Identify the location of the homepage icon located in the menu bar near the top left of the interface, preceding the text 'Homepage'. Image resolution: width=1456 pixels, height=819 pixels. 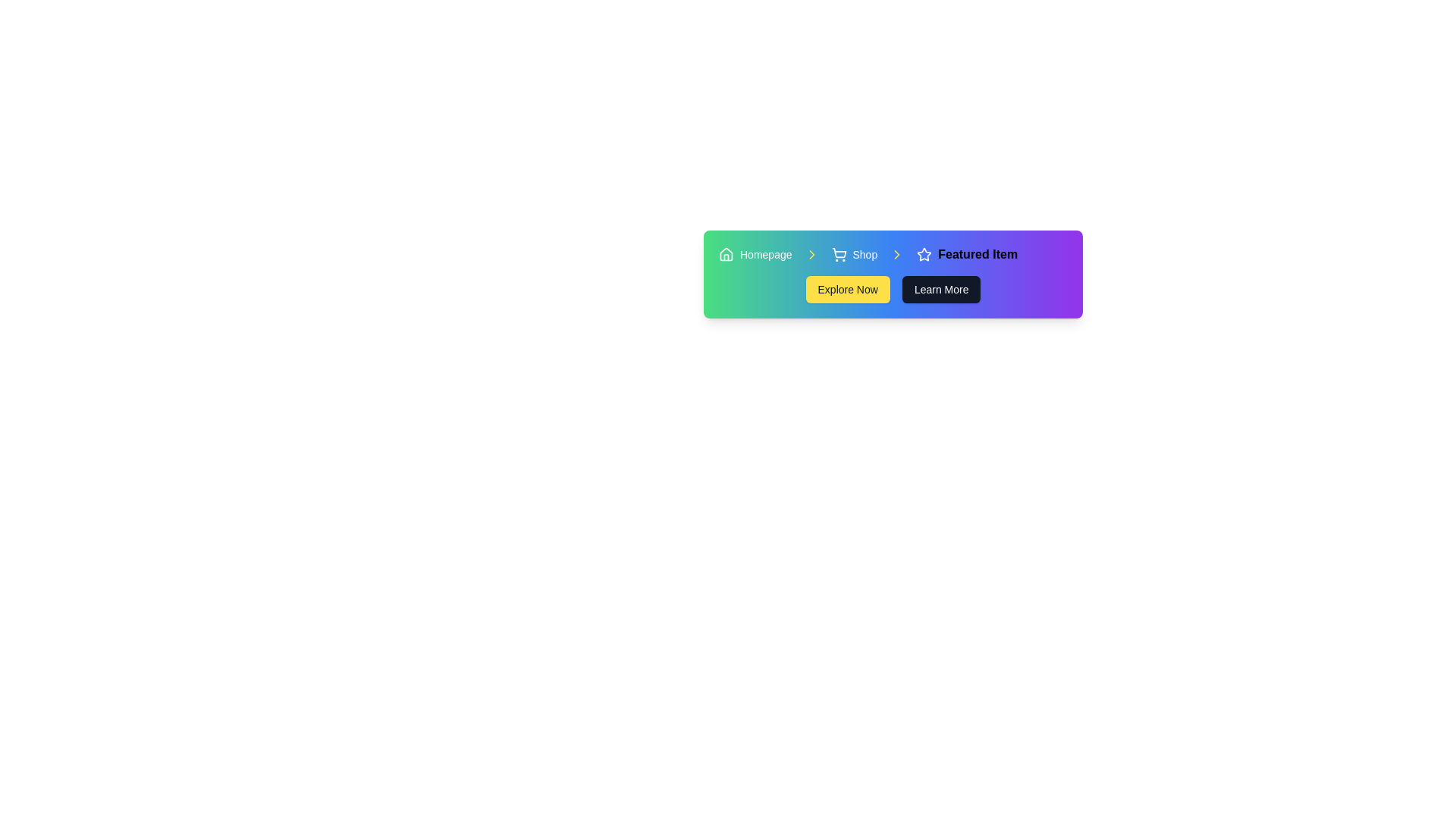
(726, 253).